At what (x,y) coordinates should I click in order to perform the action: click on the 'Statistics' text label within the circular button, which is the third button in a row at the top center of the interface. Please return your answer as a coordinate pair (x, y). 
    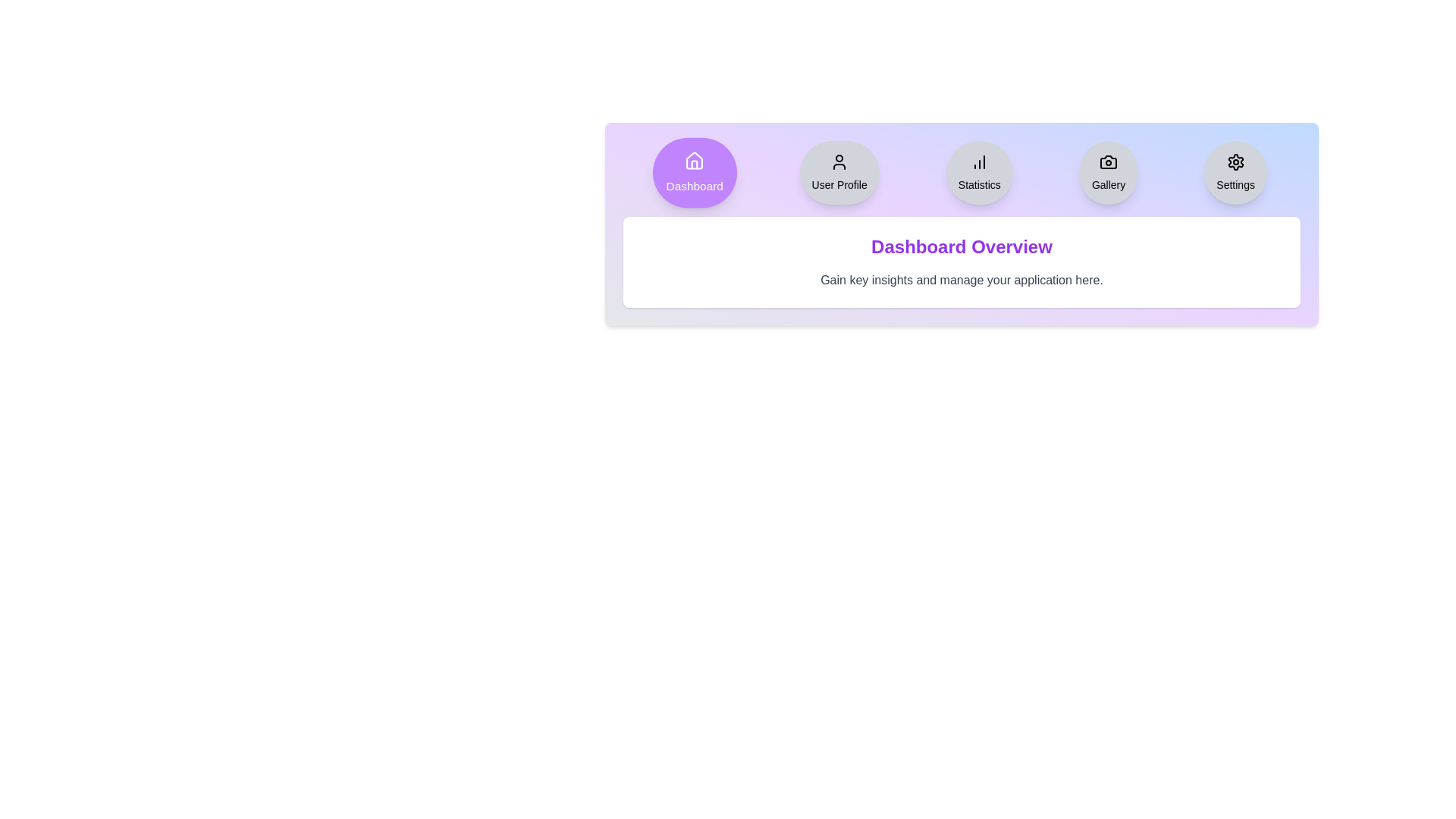
    Looking at the image, I should click on (979, 184).